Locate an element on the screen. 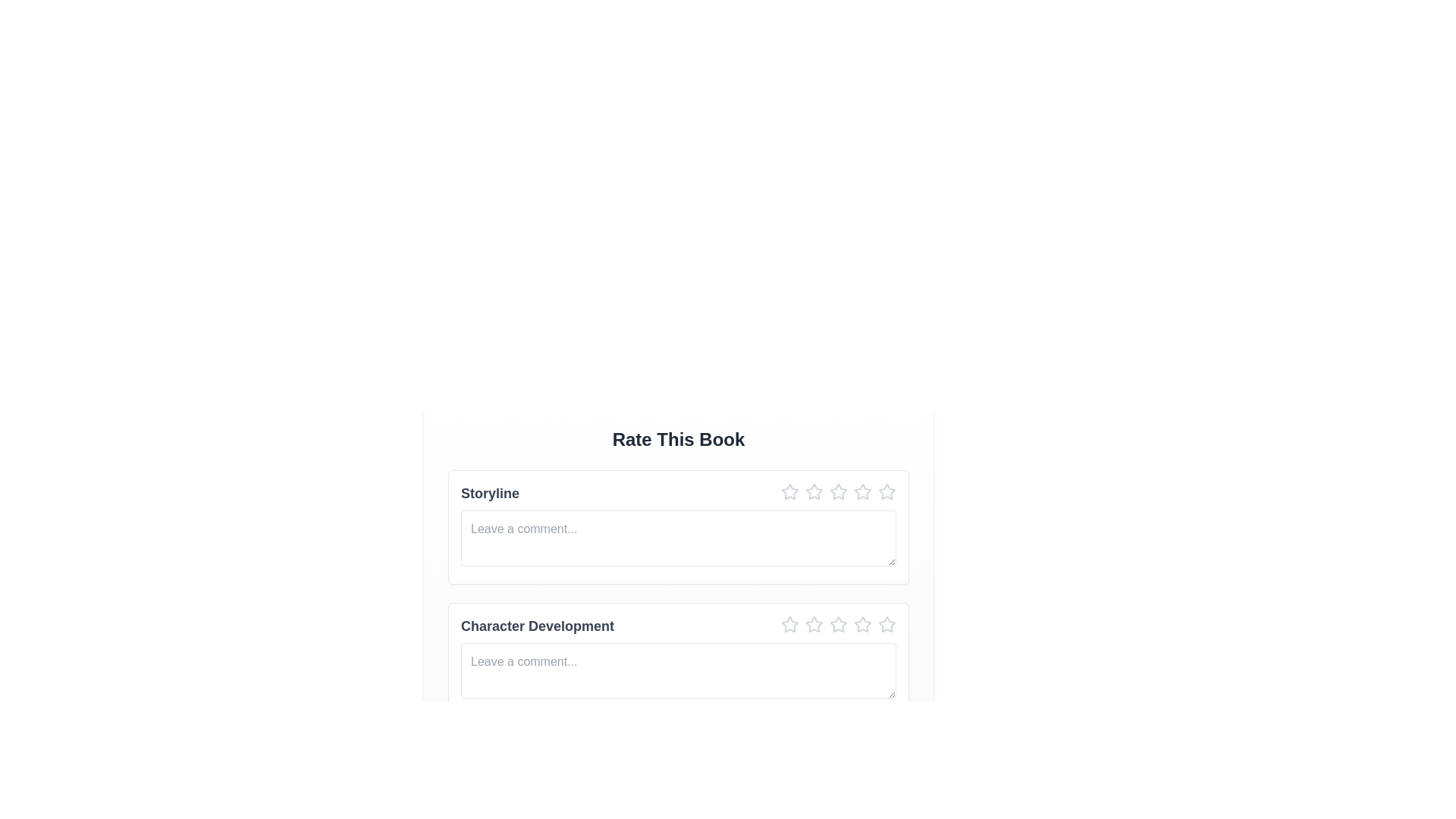 This screenshot has height=819, width=1456. the fifth star in the rating component is located at coordinates (862, 491).